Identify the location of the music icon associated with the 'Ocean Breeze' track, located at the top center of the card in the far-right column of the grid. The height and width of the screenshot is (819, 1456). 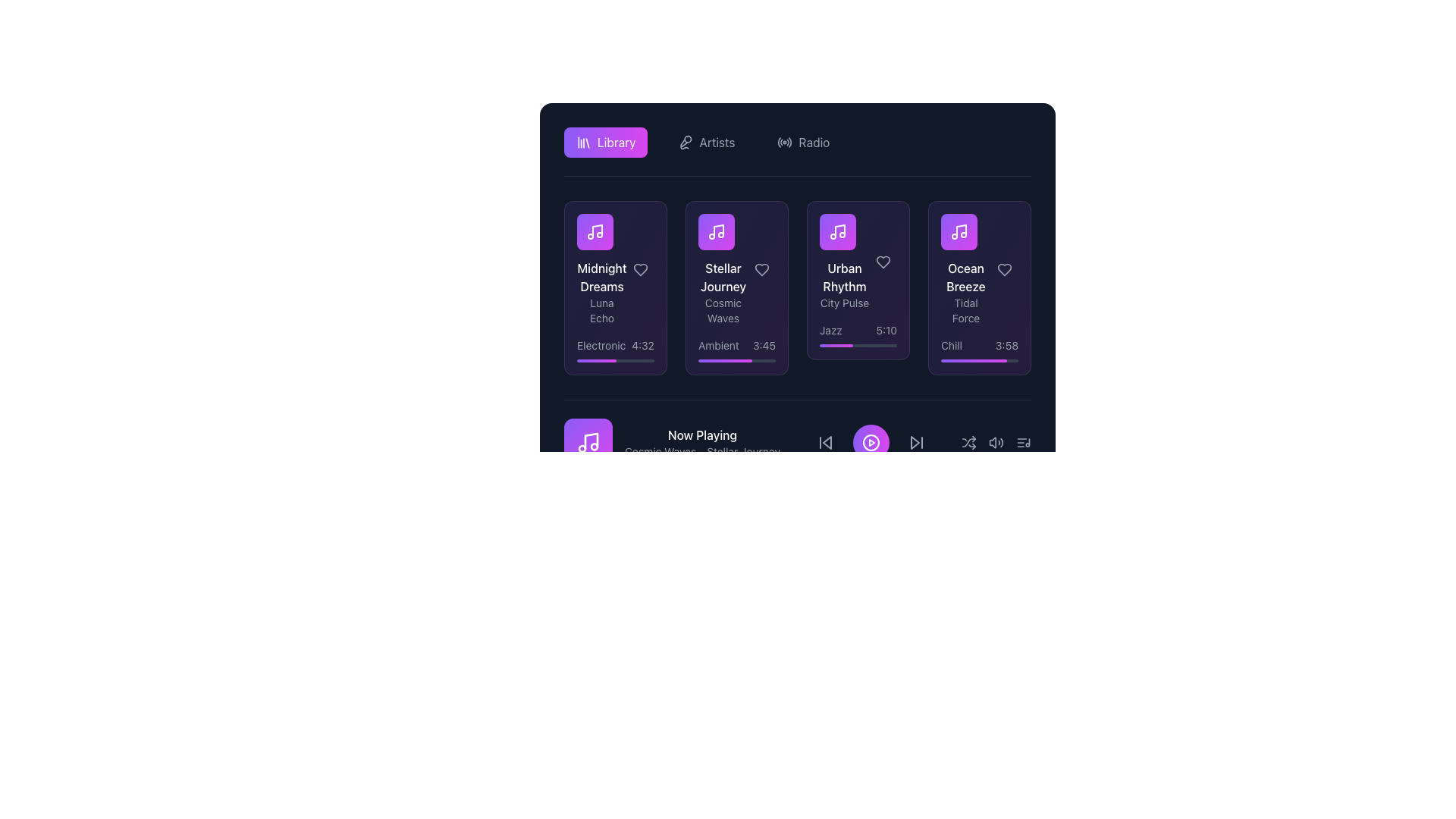
(959, 231).